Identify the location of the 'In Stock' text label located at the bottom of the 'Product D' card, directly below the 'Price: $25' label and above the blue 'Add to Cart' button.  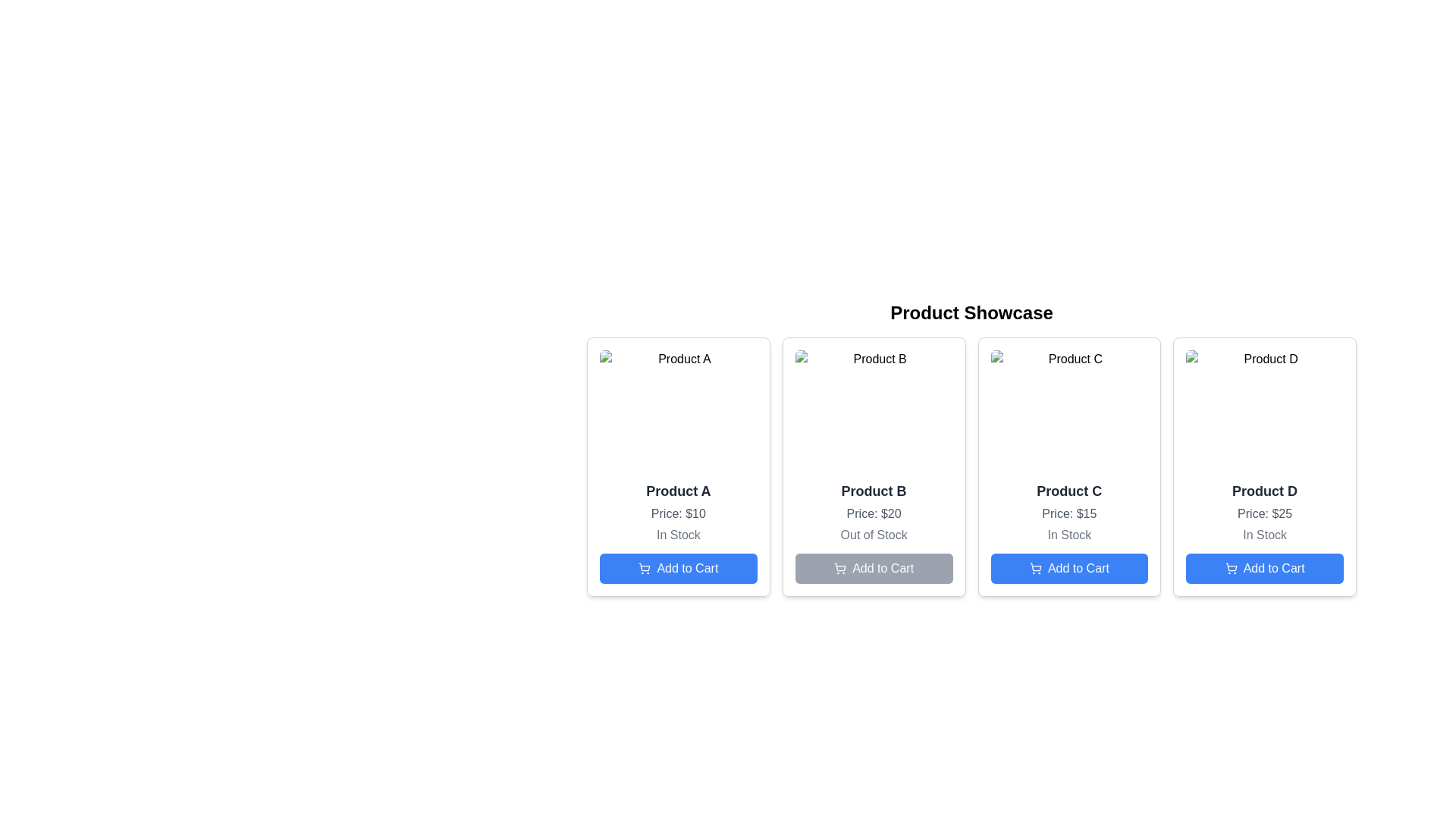
(1265, 534).